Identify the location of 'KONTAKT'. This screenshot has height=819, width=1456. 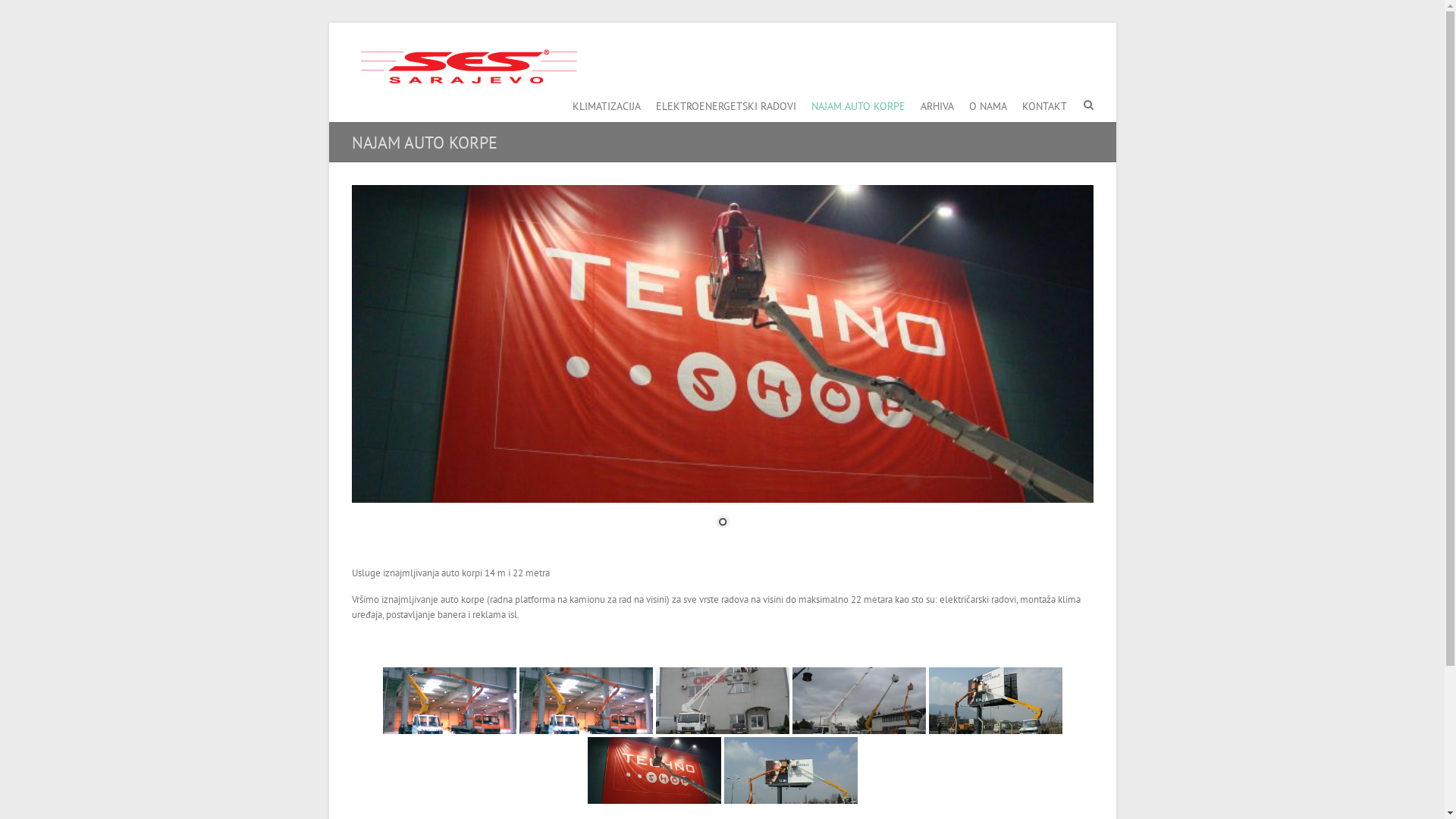
(1043, 102).